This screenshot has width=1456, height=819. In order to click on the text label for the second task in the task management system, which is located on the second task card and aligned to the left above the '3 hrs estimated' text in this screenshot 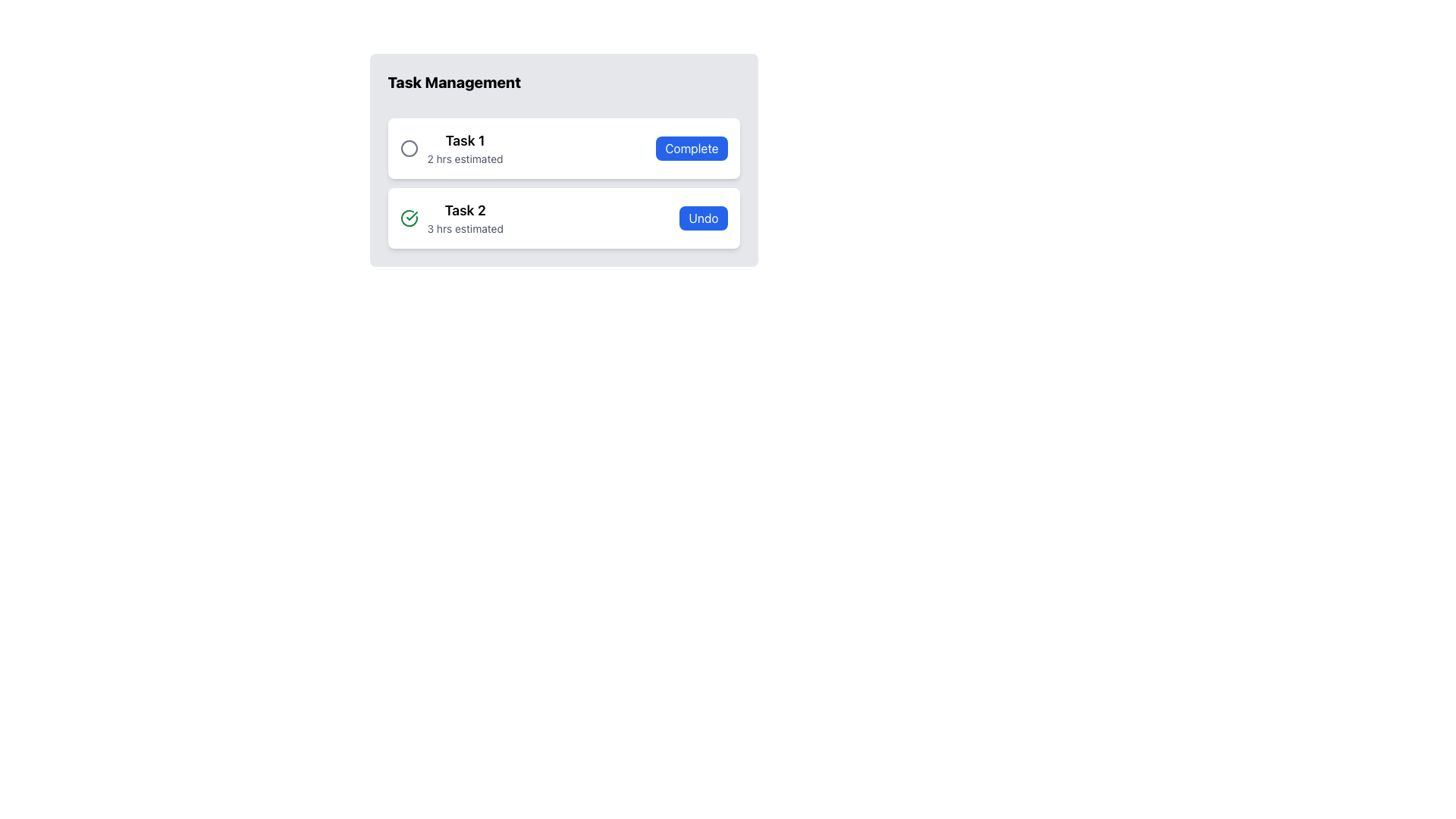, I will do `click(464, 210)`.